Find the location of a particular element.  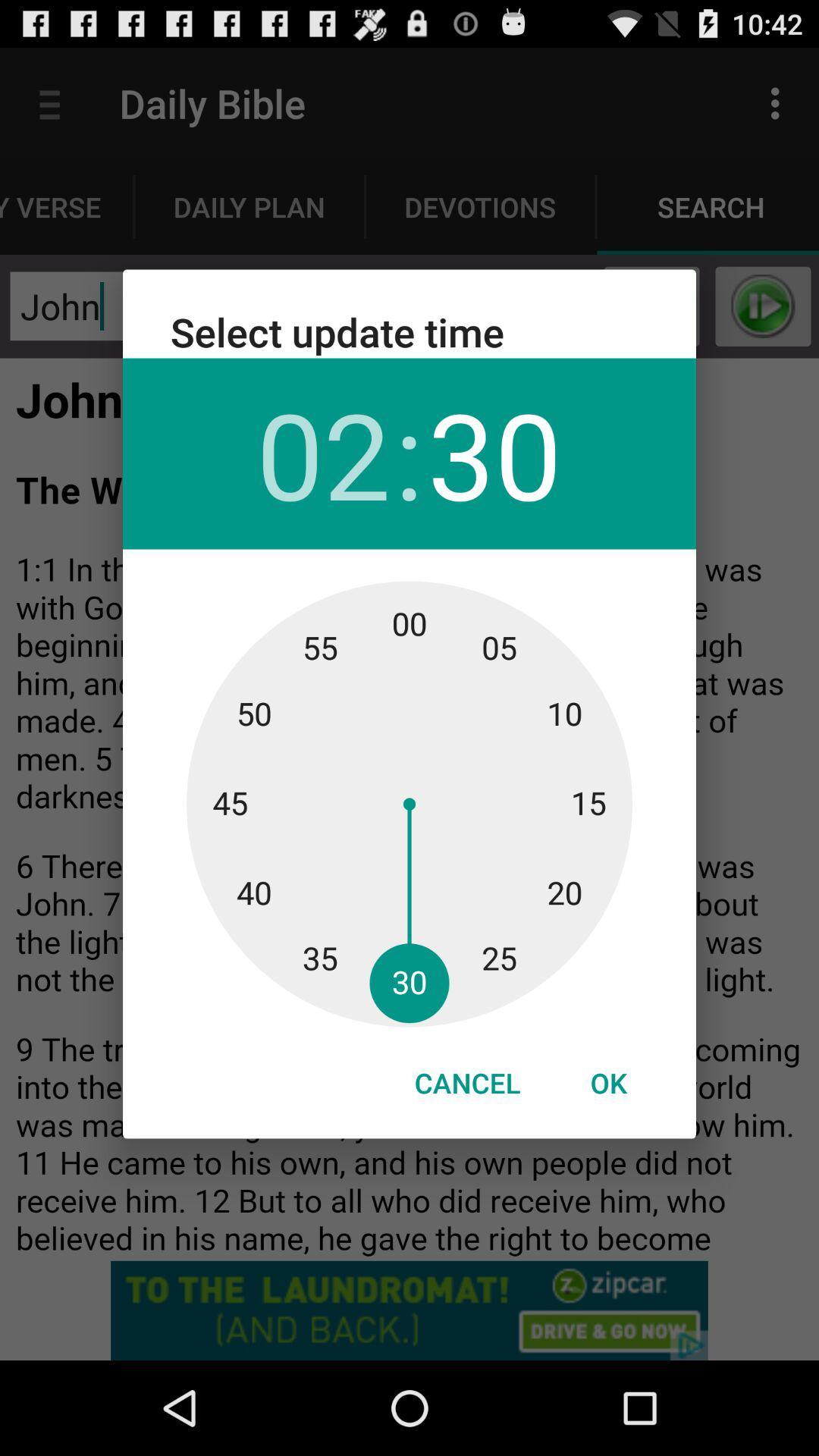

cancel at the bottom is located at coordinates (466, 1082).